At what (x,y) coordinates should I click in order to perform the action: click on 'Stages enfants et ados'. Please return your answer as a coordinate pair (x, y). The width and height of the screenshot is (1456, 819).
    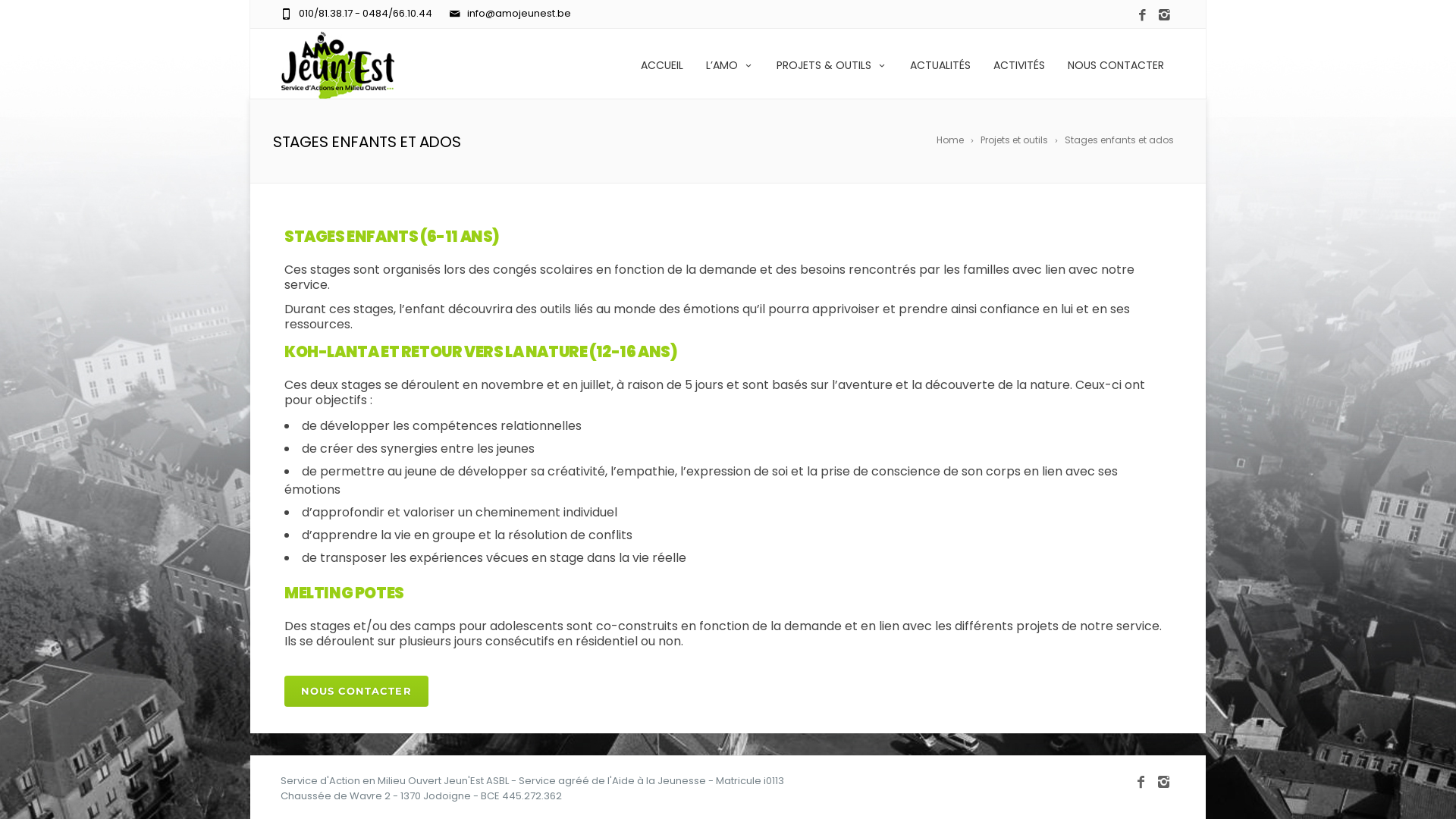
    Looking at the image, I should click on (1063, 140).